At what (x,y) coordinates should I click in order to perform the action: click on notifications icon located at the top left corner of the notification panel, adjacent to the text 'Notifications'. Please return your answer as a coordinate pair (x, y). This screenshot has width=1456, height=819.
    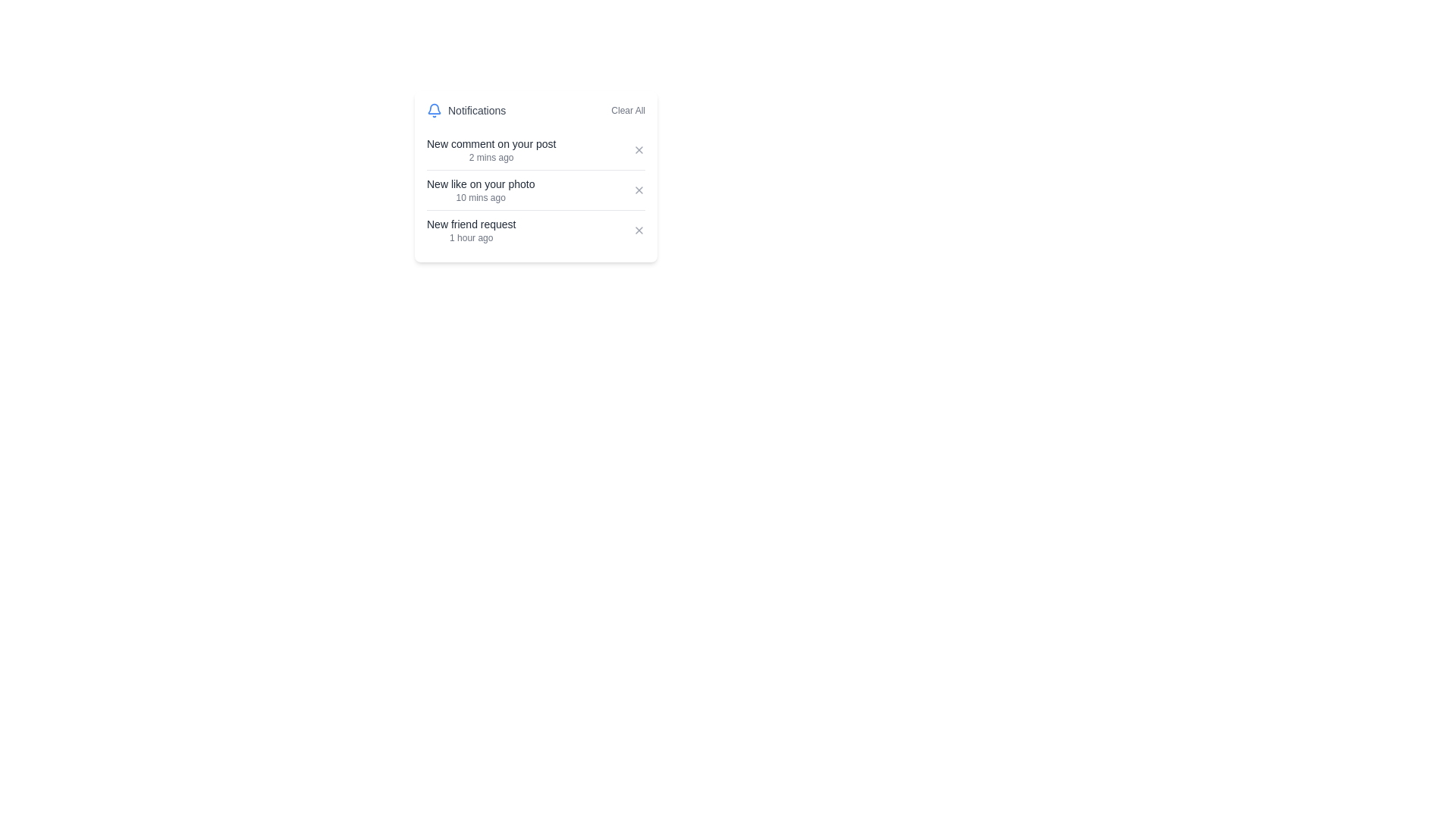
    Looking at the image, I should click on (433, 108).